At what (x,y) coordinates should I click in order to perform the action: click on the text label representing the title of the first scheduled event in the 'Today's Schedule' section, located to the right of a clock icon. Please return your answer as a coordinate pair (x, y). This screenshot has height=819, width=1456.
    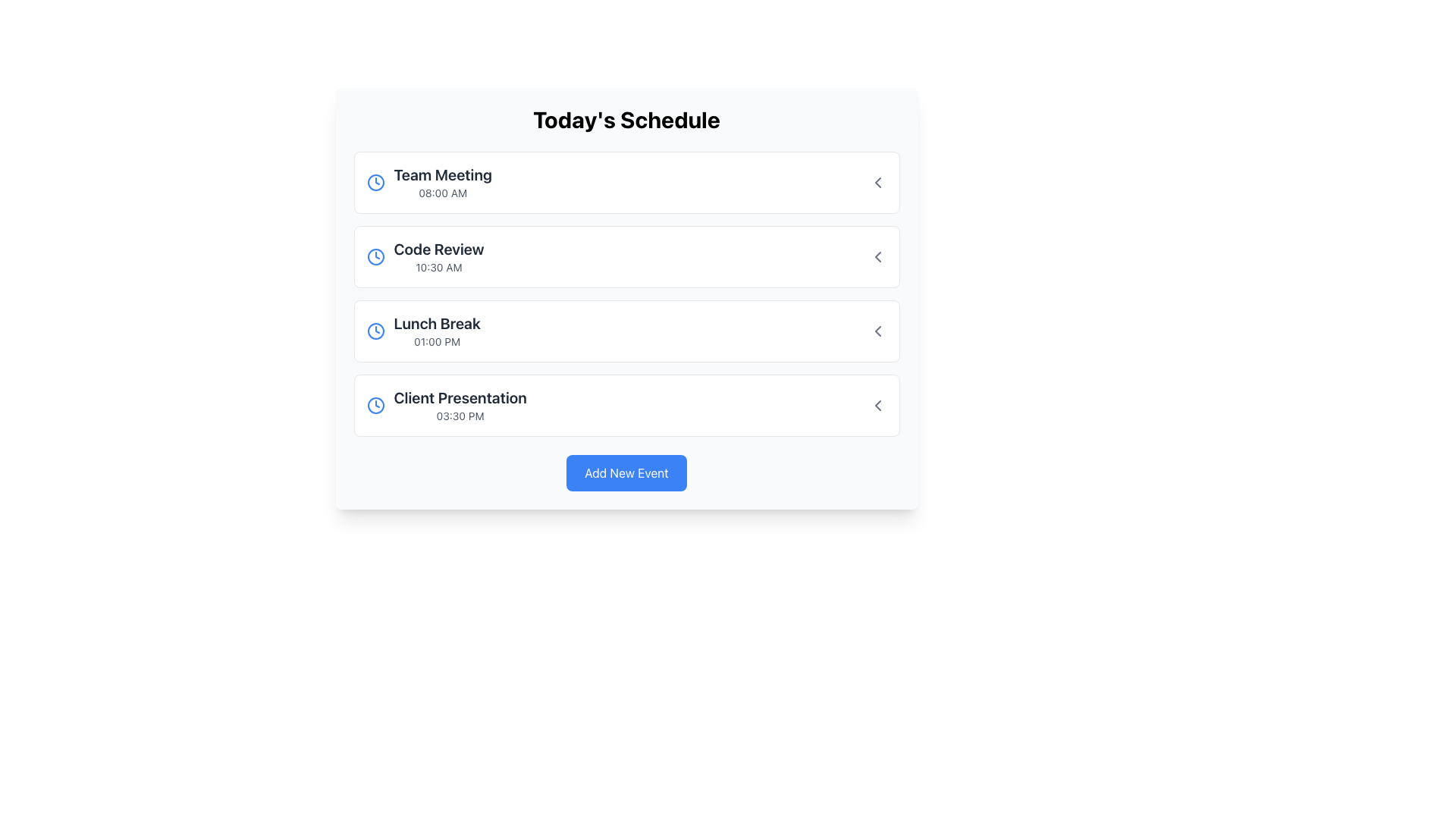
    Looking at the image, I should click on (442, 174).